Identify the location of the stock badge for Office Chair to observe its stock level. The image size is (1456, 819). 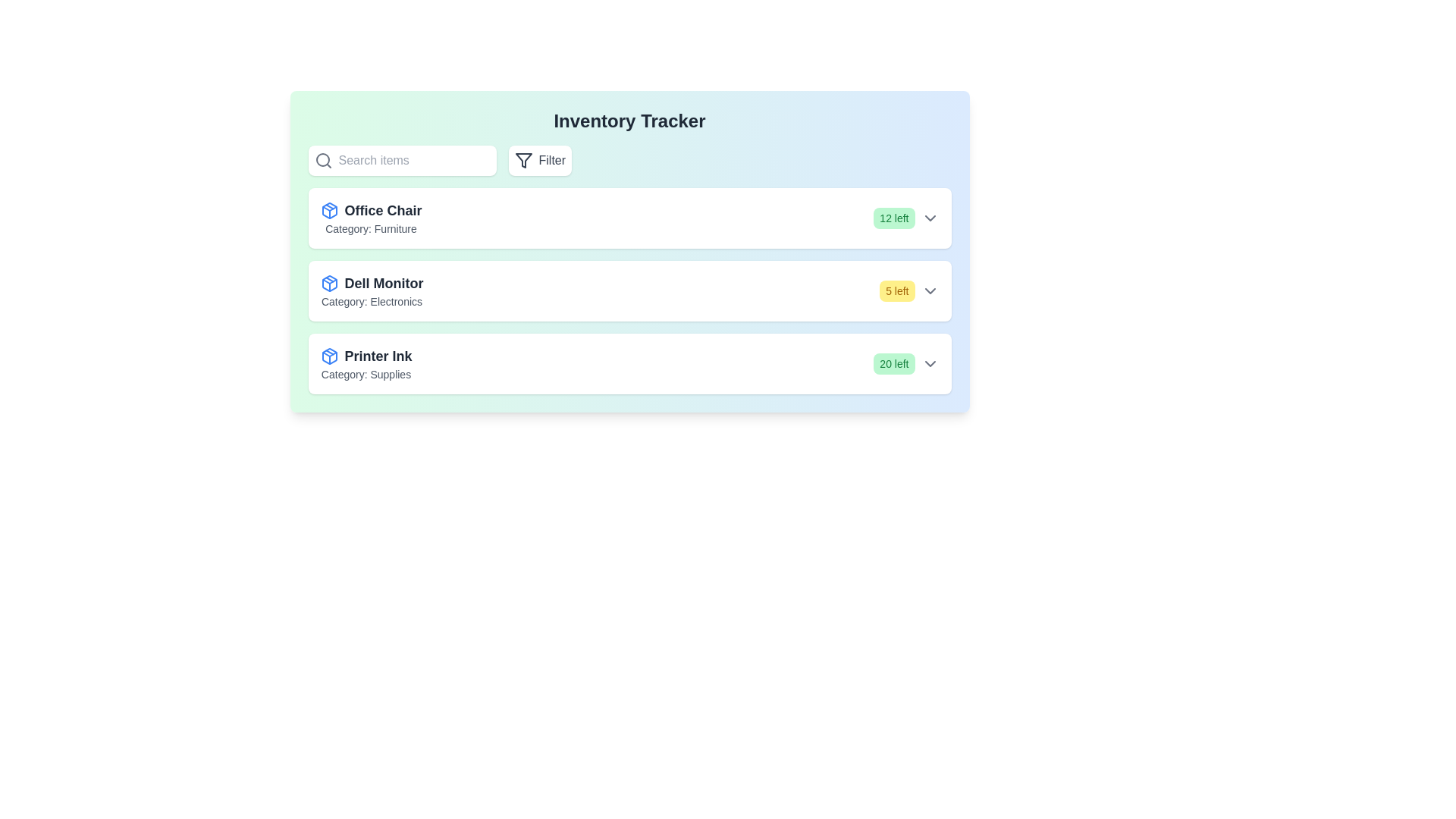
(894, 218).